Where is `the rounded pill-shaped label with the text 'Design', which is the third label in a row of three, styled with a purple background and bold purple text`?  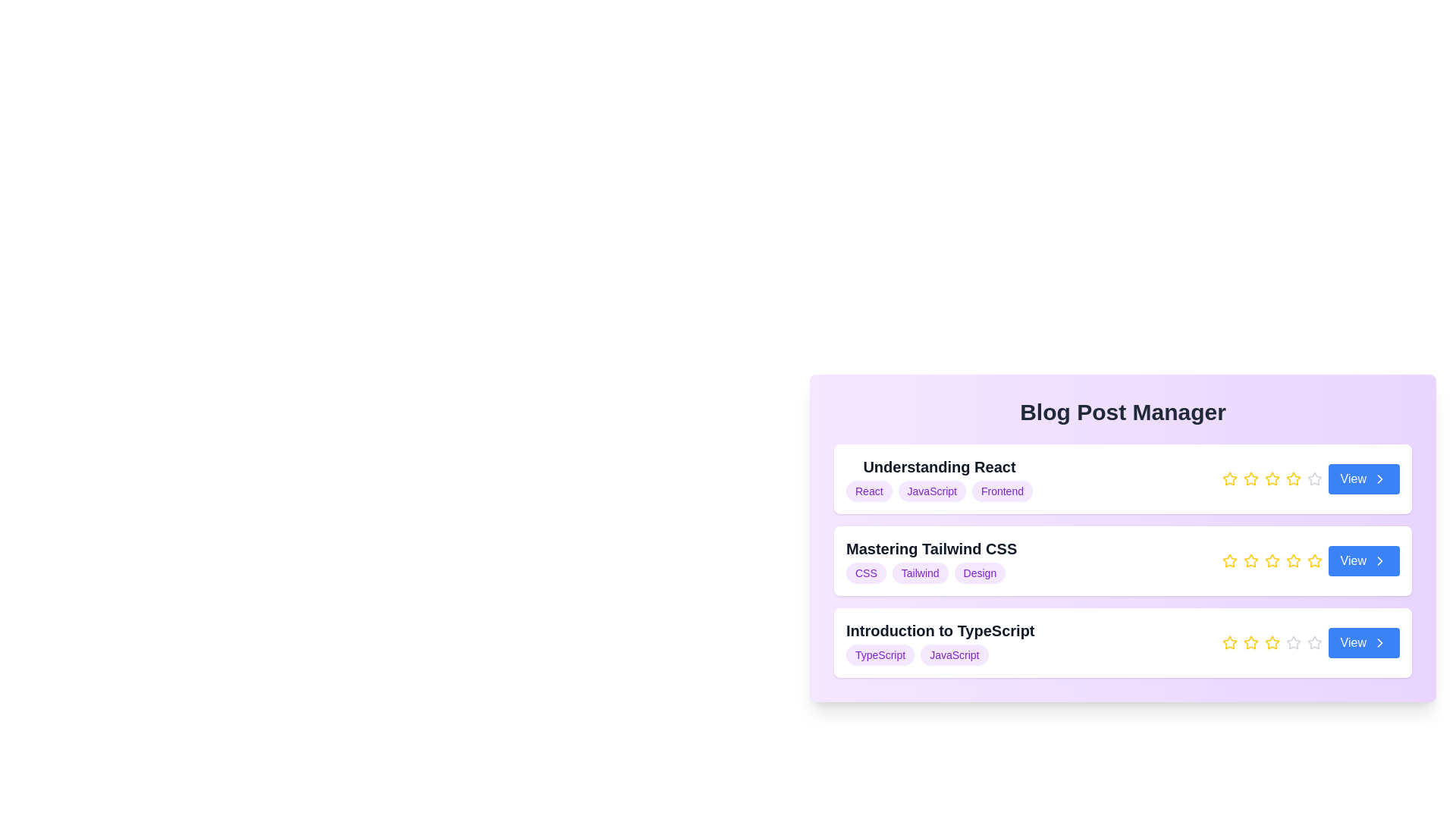 the rounded pill-shaped label with the text 'Design', which is the third label in a row of three, styled with a purple background and bold purple text is located at coordinates (980, 573).